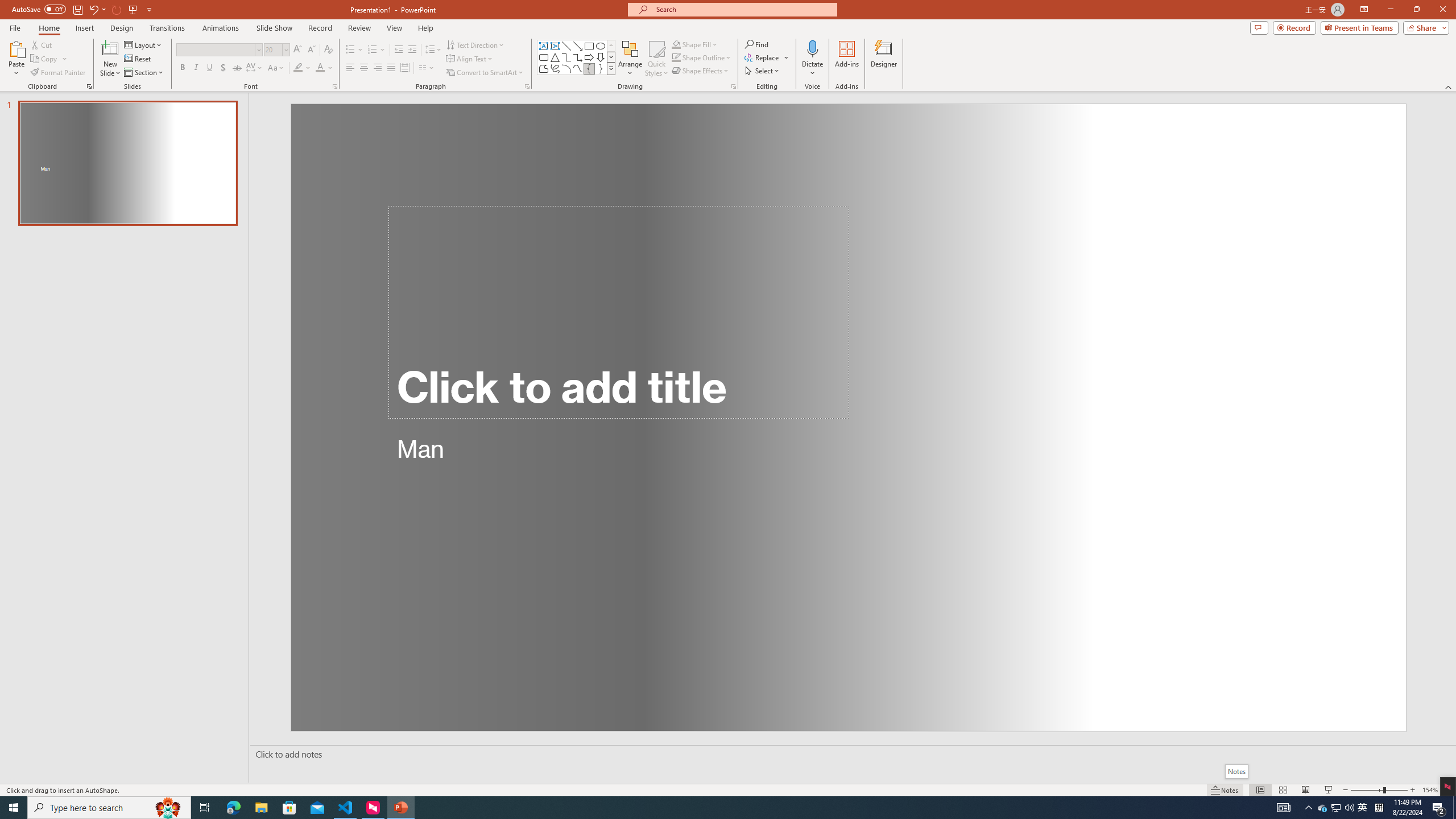  What do you see at coordinates (589, 56) in the screenshot?
I see `'Arrow: Right'` at bounding box center [589, 56].